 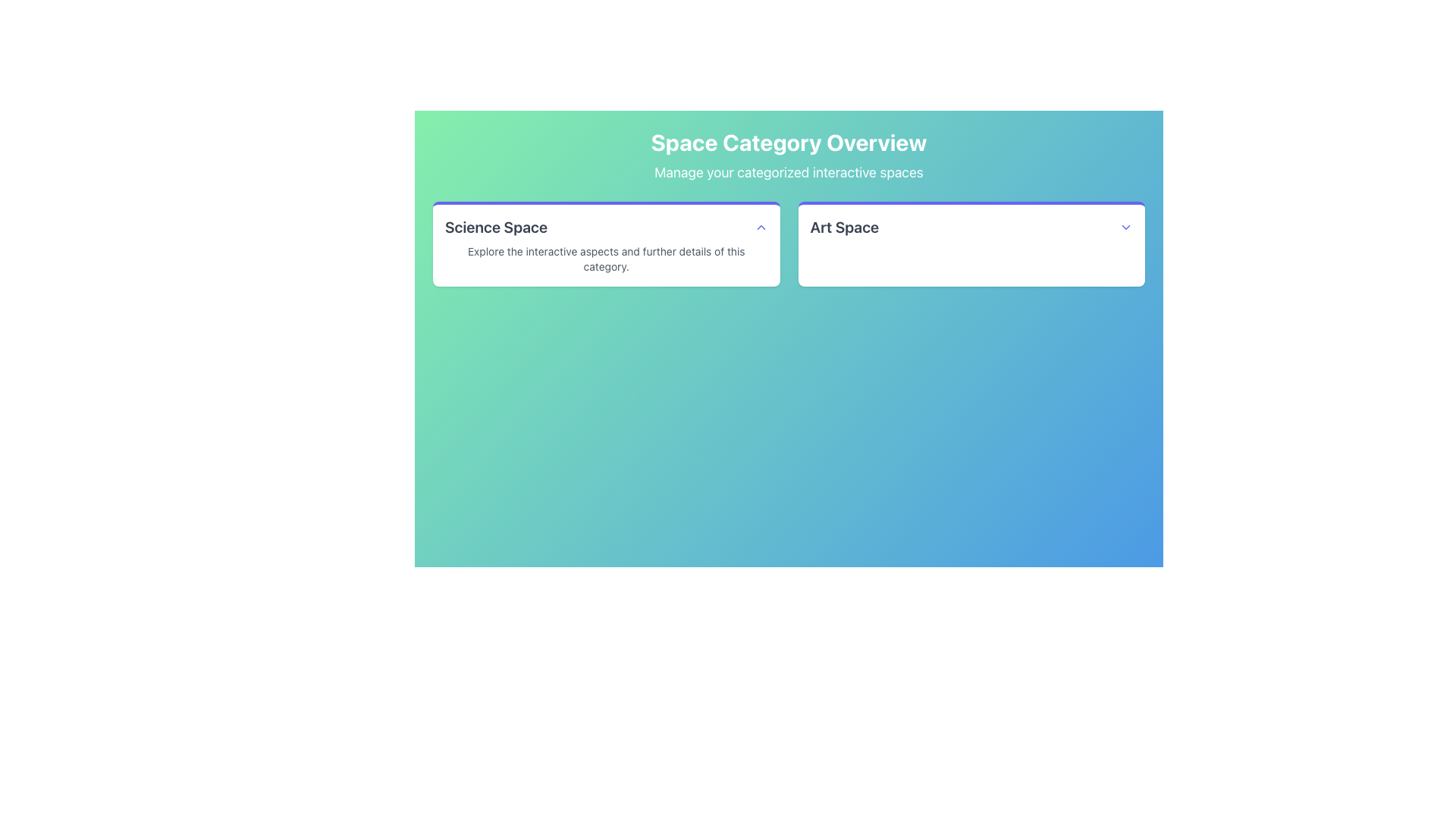 I want to click on the 'Science Space' text label, which is displayed in a semibold, extra-large font in dark gray, located at the top-left corner of a card-like structure, so click(x=496, y=227).